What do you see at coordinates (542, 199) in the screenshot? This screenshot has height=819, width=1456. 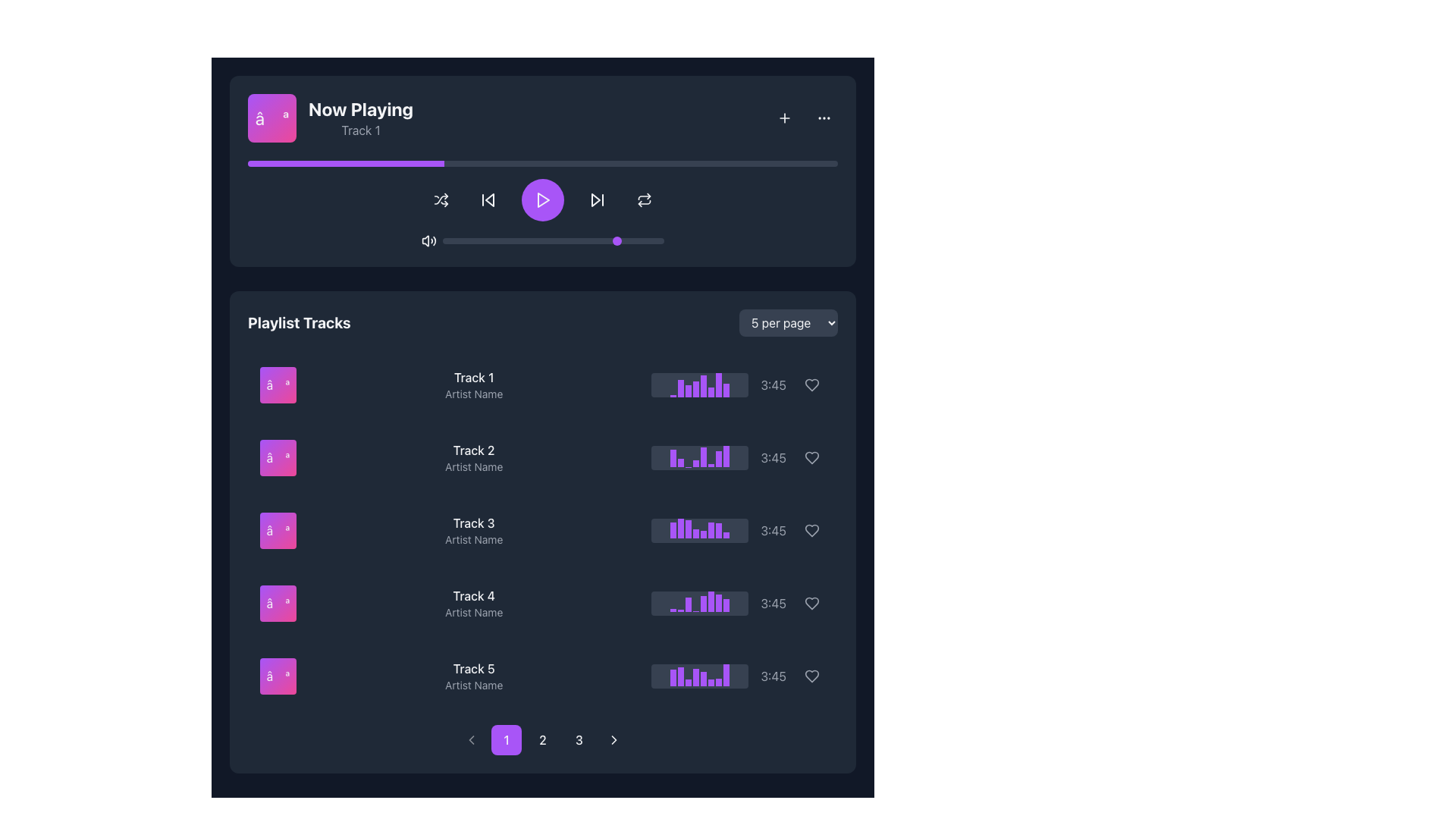 I see `the triangular play-shaped button with a purple background located in the control area of the media player interface under the 'Now Playing' section` at bounding box center [542, 199].